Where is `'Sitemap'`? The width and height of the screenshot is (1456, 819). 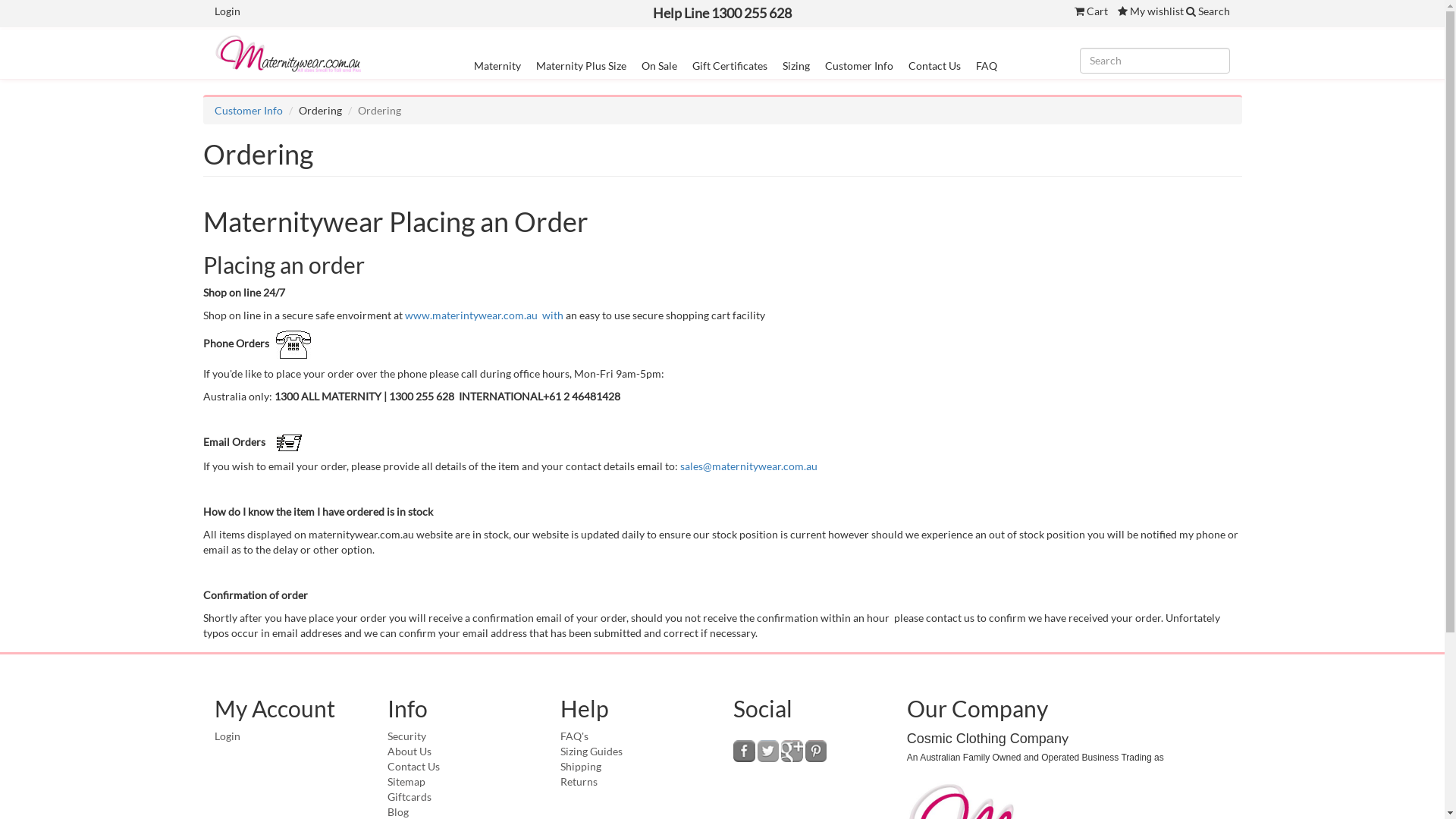
'Sitemap' is located at coordinates (406, 781).